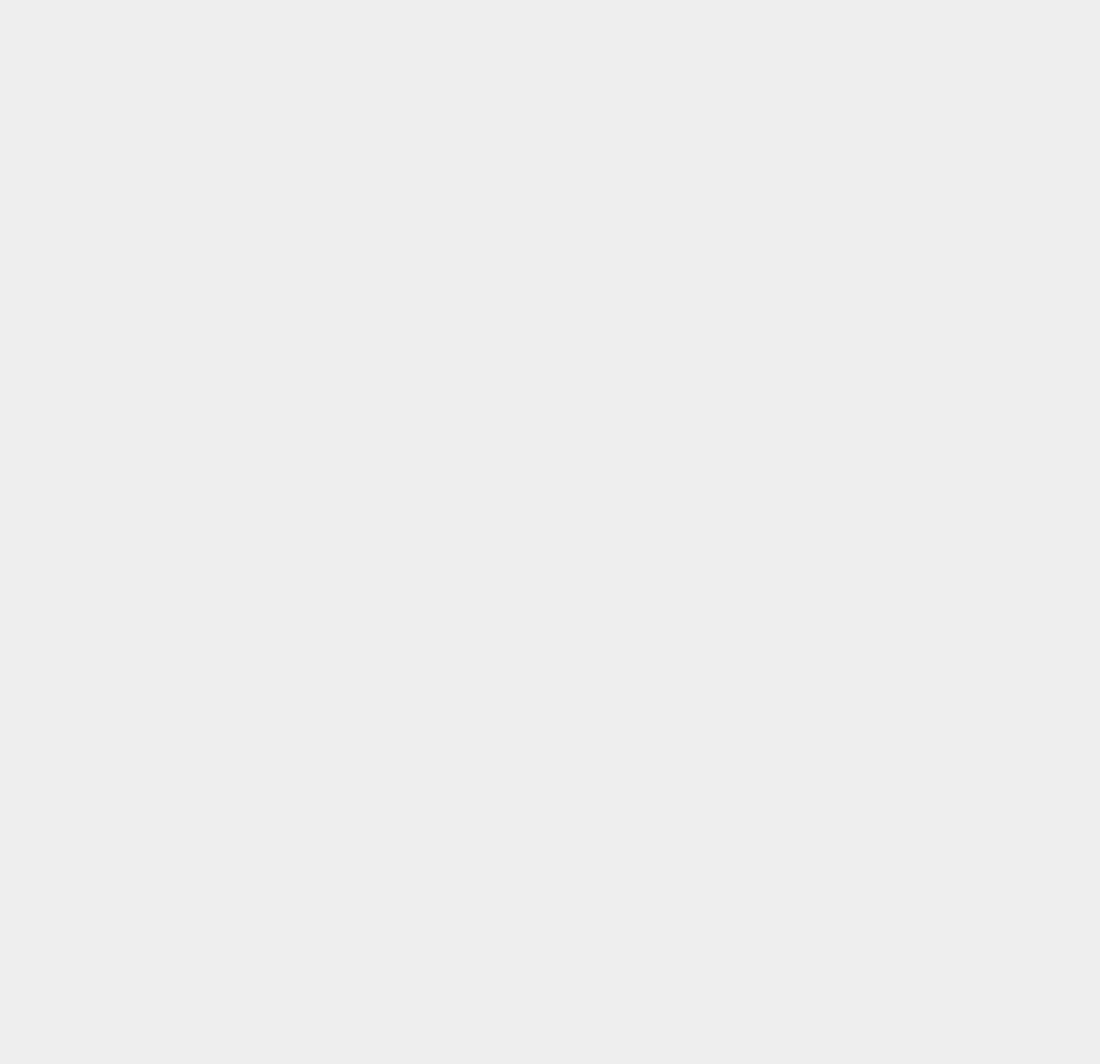  What do you see at coordinates (812, 611) in the screenshot?
I see `'Windows 9'` at bounding box center [812, 611].